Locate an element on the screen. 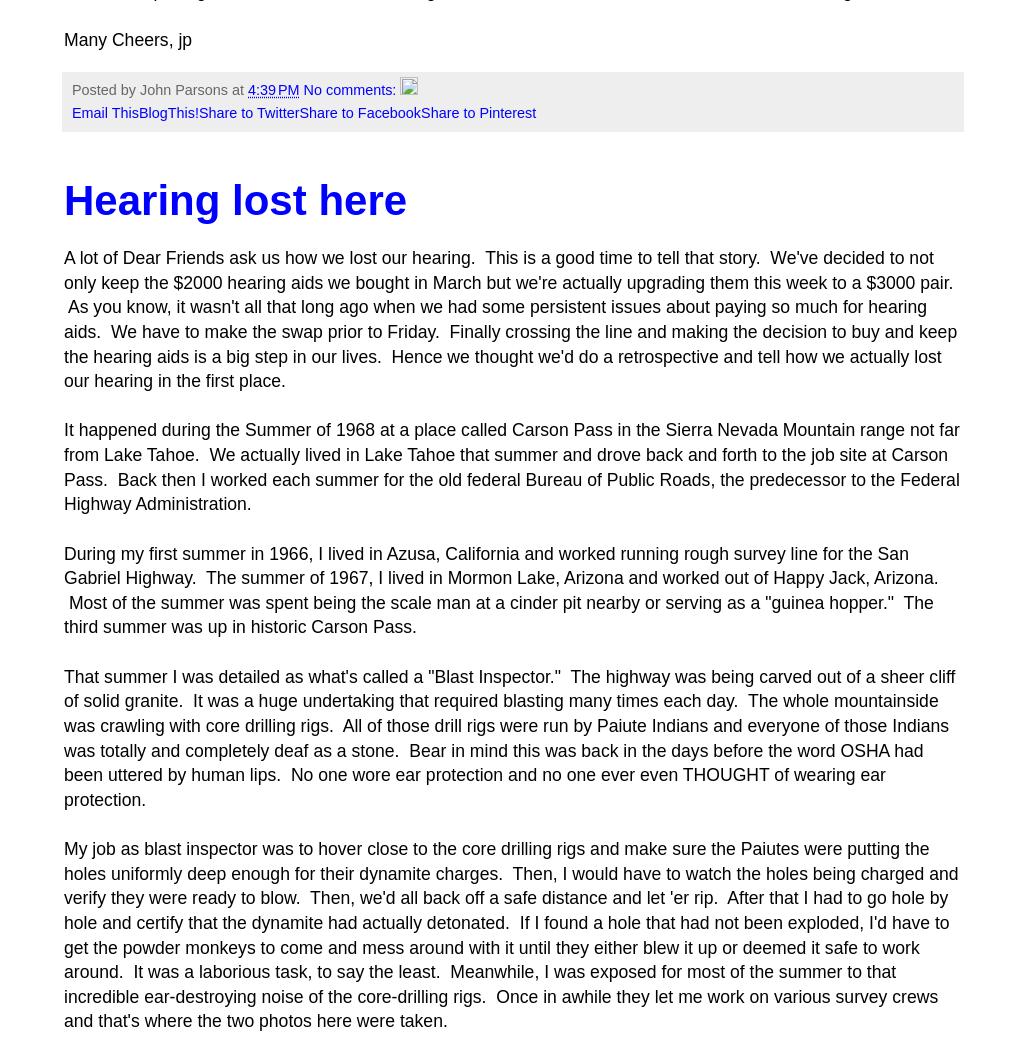  'Posted by' is located at coordinates (104, 89).